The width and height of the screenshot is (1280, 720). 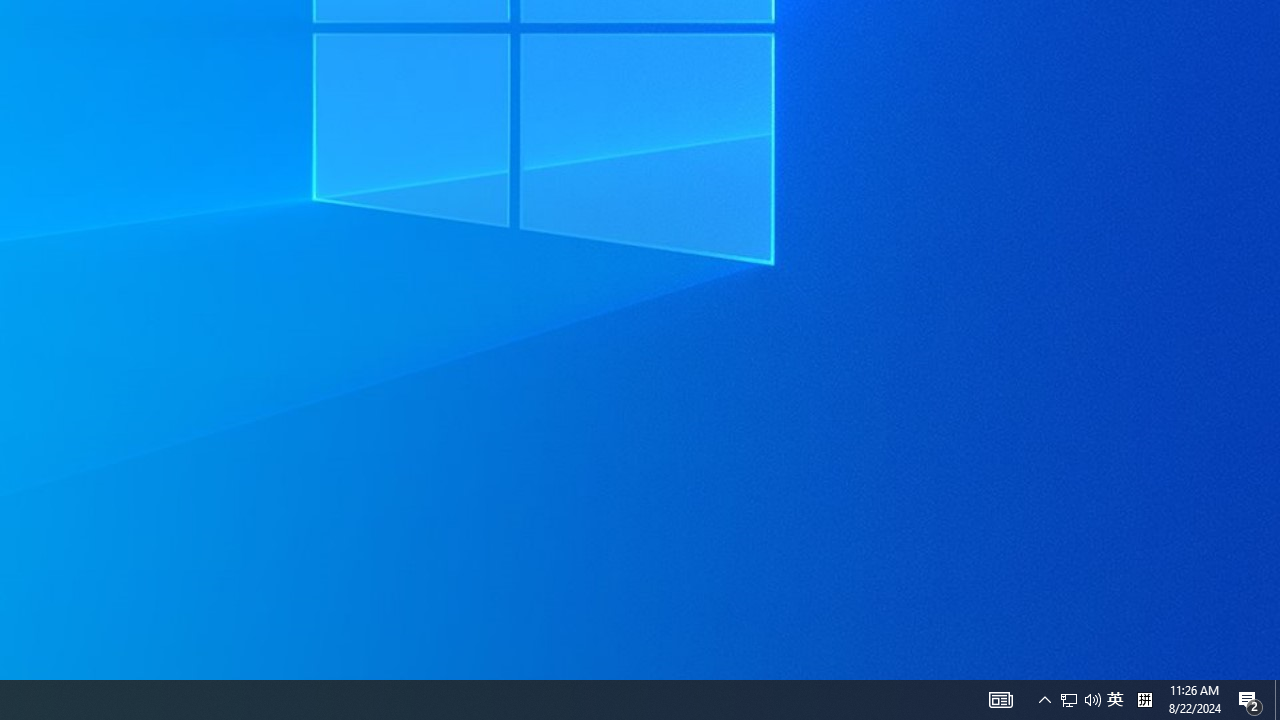 What do you see at coordinates (1068, 698) in the screenshot?
I see `'User Promoted Notification Area'` at bounding box center [1068, 698].